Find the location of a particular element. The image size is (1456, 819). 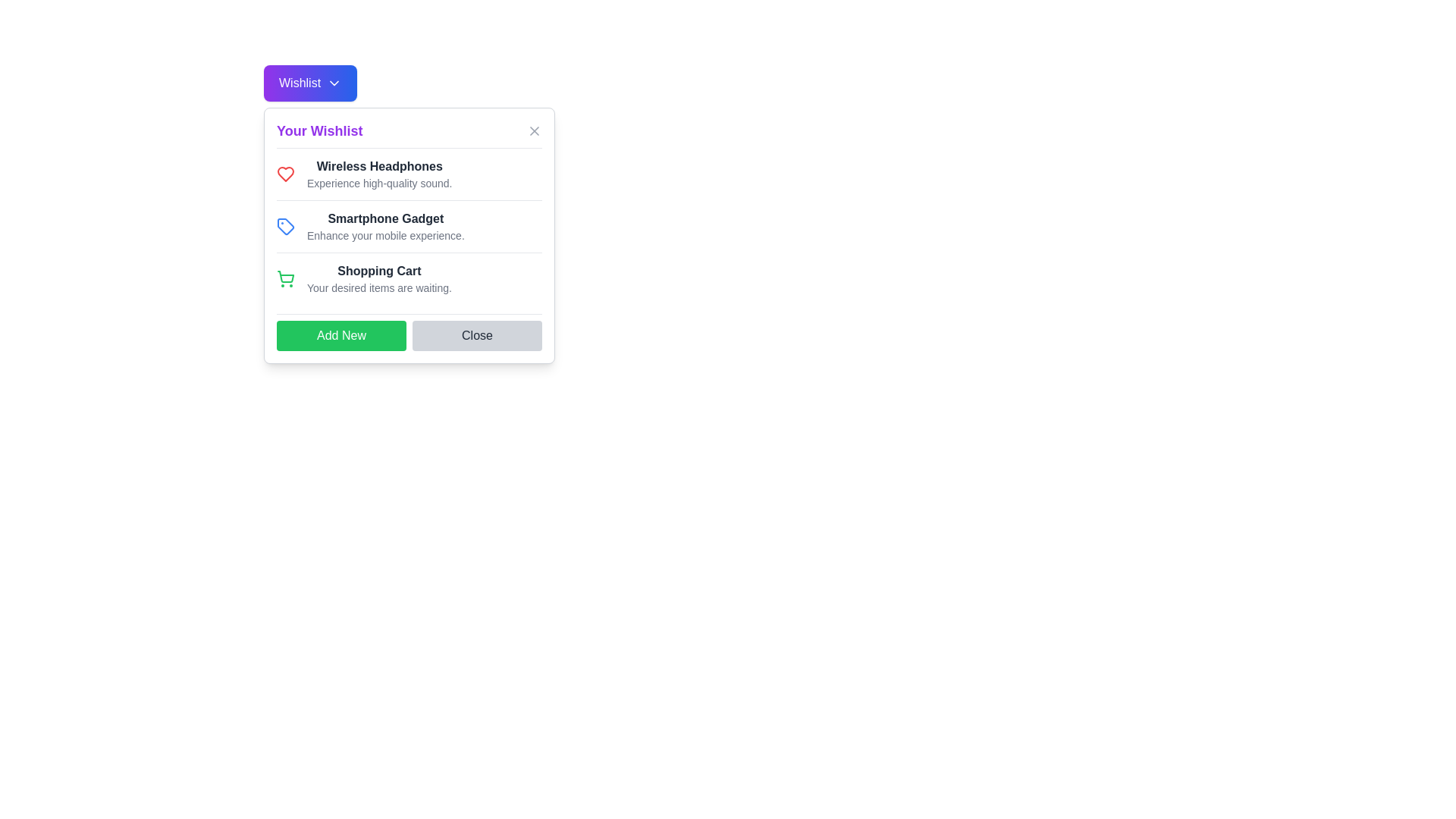

the static text label reading 'Experience high-quality sound.' located beneath the 'Wireless Headphones' text in the 'Your Wishlist' dropdown interface is located at coordinates (379, 183).